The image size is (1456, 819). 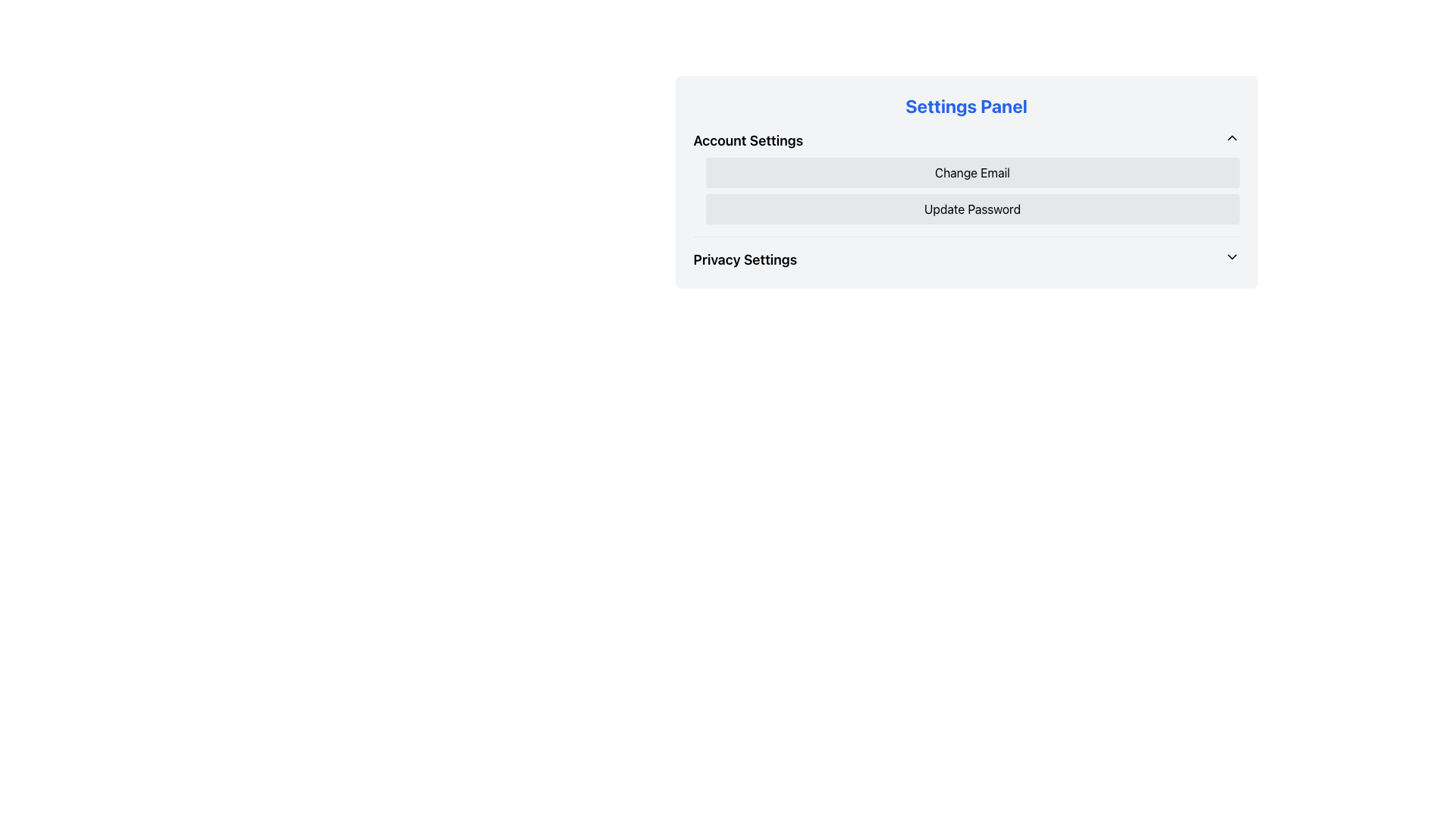 I want to click on the Chevron icon at the far-right end of the 'Privacy Settings' row, so click(x=1232, y=256).